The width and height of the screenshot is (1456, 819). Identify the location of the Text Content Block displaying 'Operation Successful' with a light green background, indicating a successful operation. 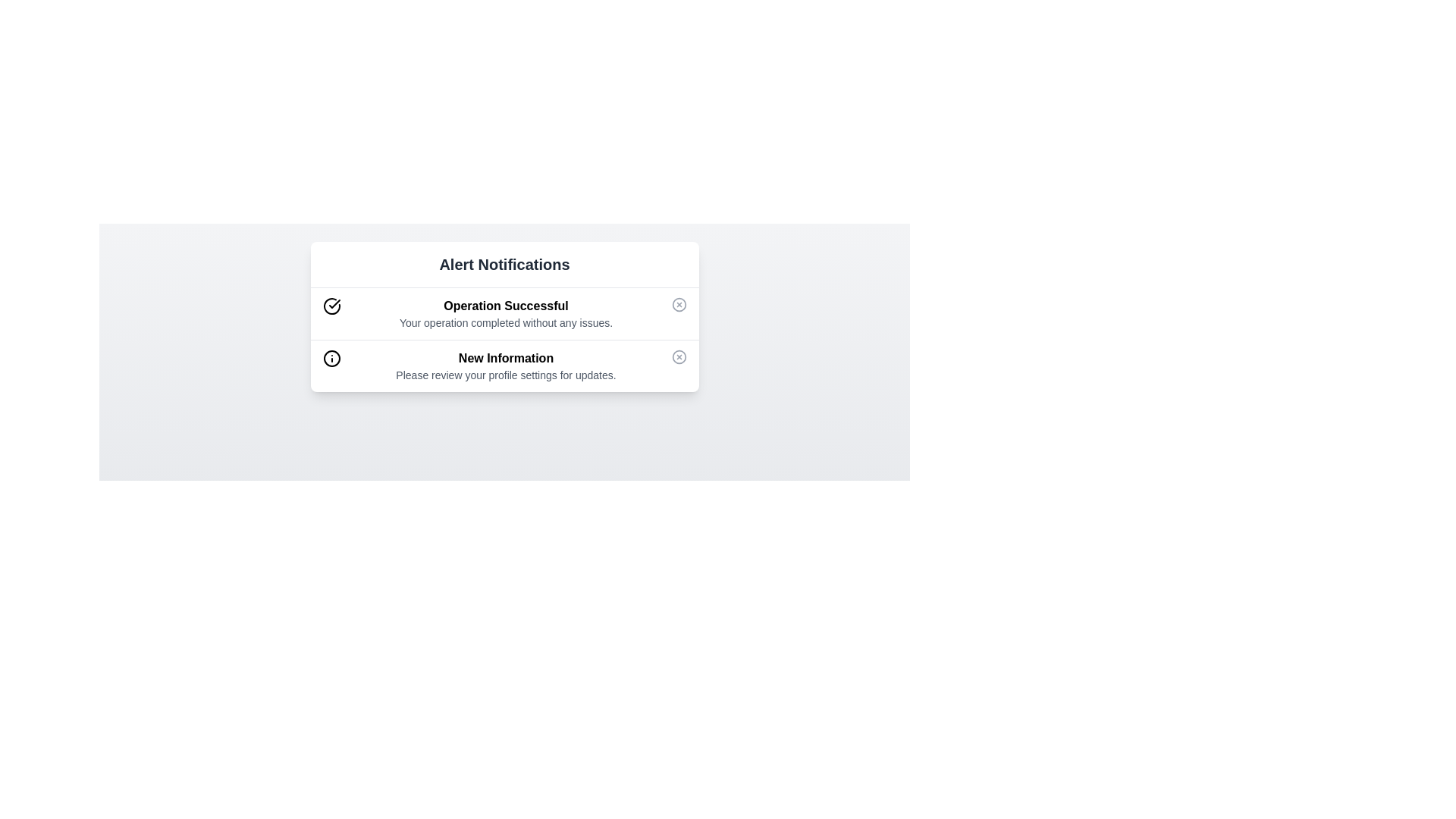
(506, 312).